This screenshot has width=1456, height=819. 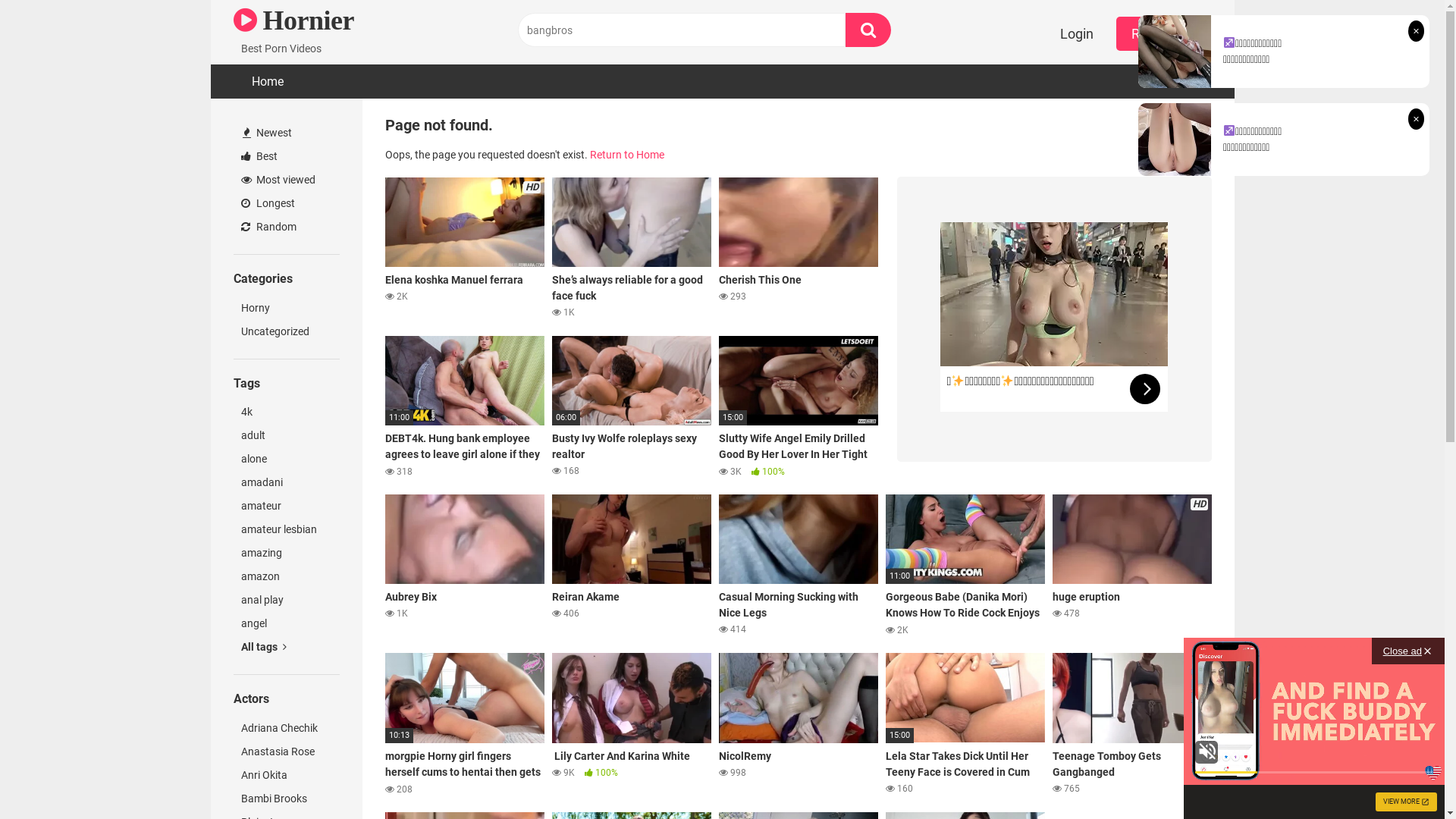 I want to click on 'amazing', so click(x=287, y=553).